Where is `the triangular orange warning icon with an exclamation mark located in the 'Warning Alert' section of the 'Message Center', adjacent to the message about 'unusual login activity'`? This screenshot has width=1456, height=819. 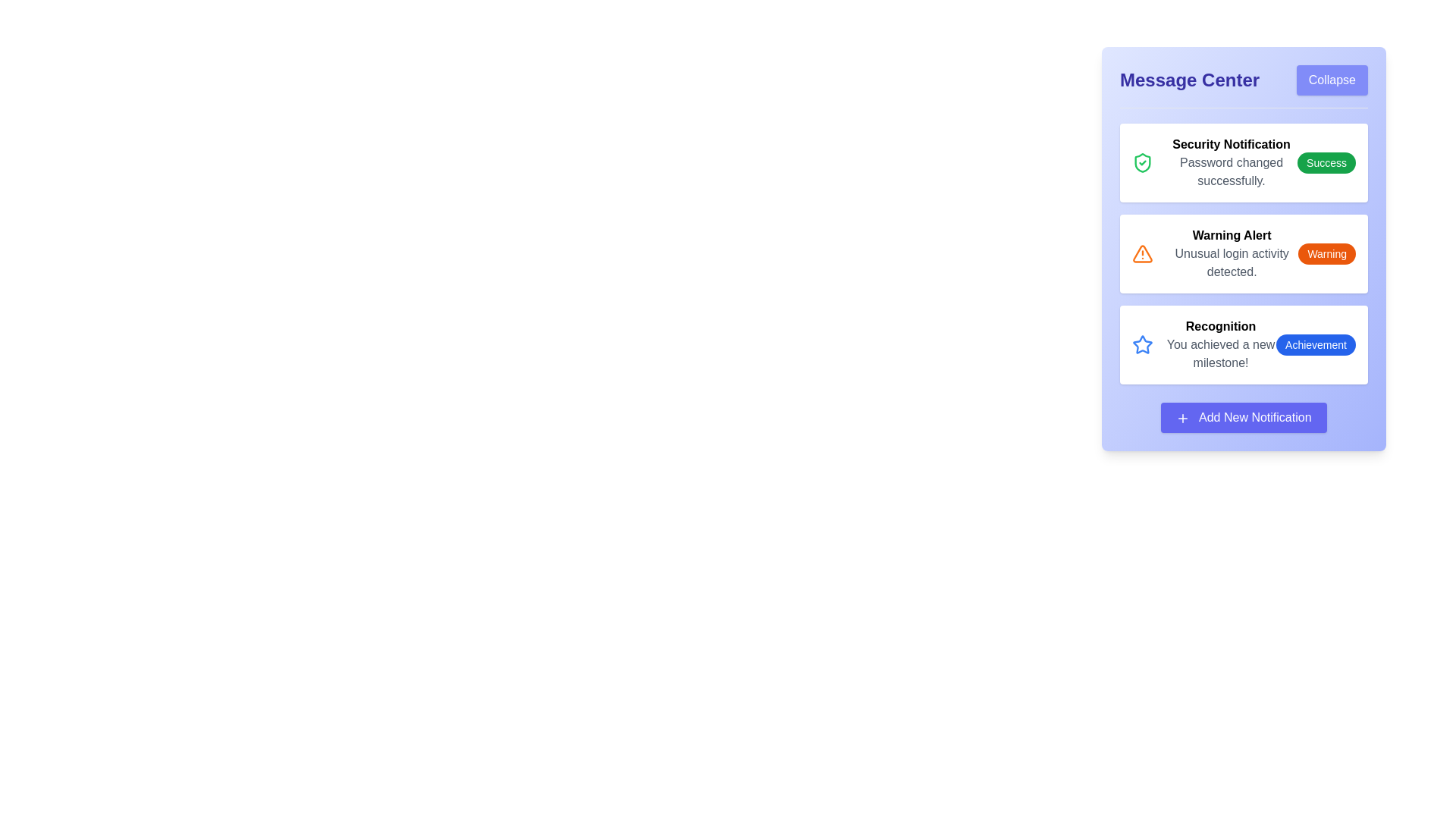
the triangular orange warning icon with an exclamation mark located in the 'Warning Alert' section of the 'Message Center', adjacent to the message about 'unusual login activity' is located at coordinates (1143, 253).